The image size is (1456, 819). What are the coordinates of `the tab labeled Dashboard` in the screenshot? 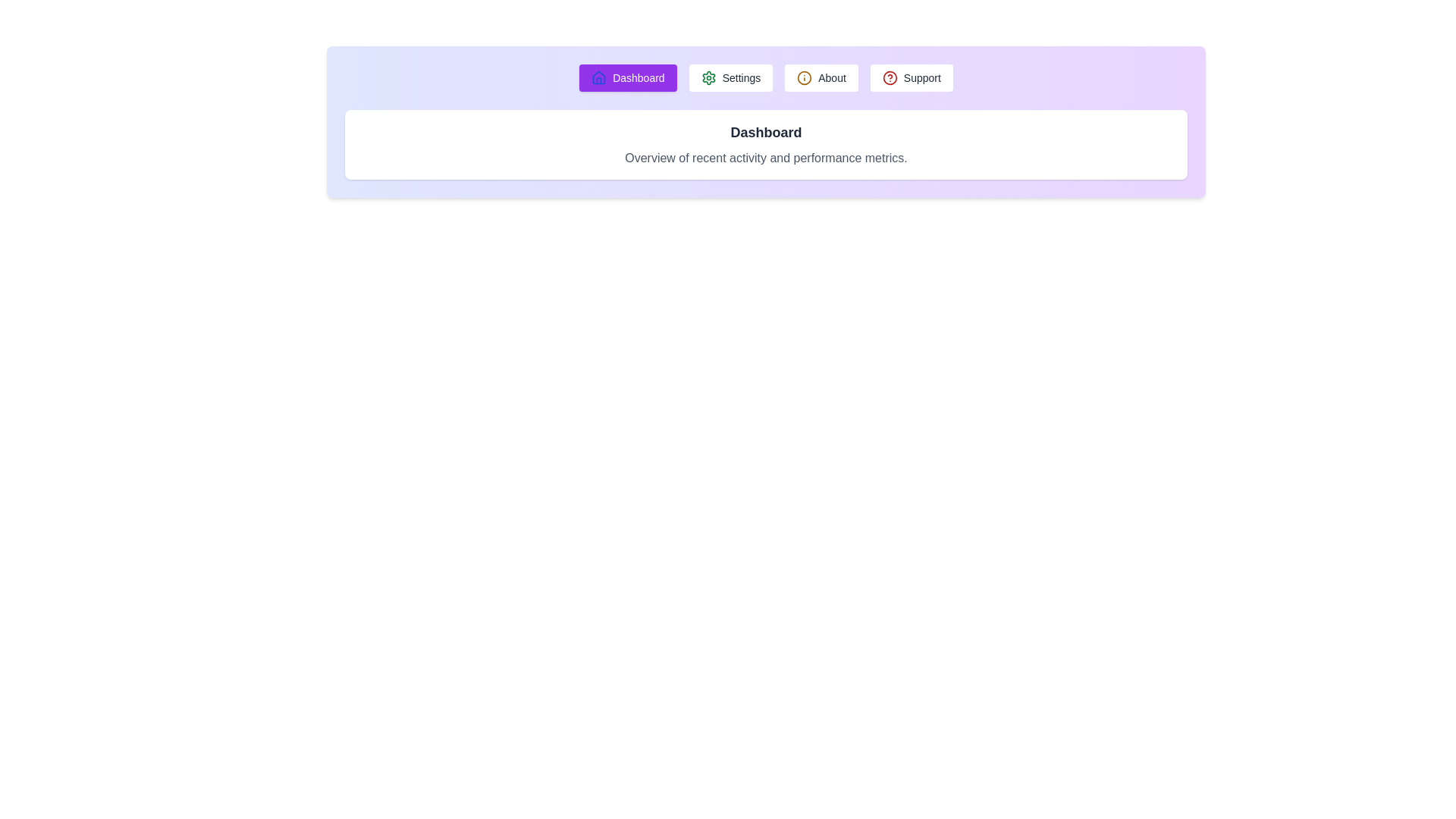 It's located at (628, 78).